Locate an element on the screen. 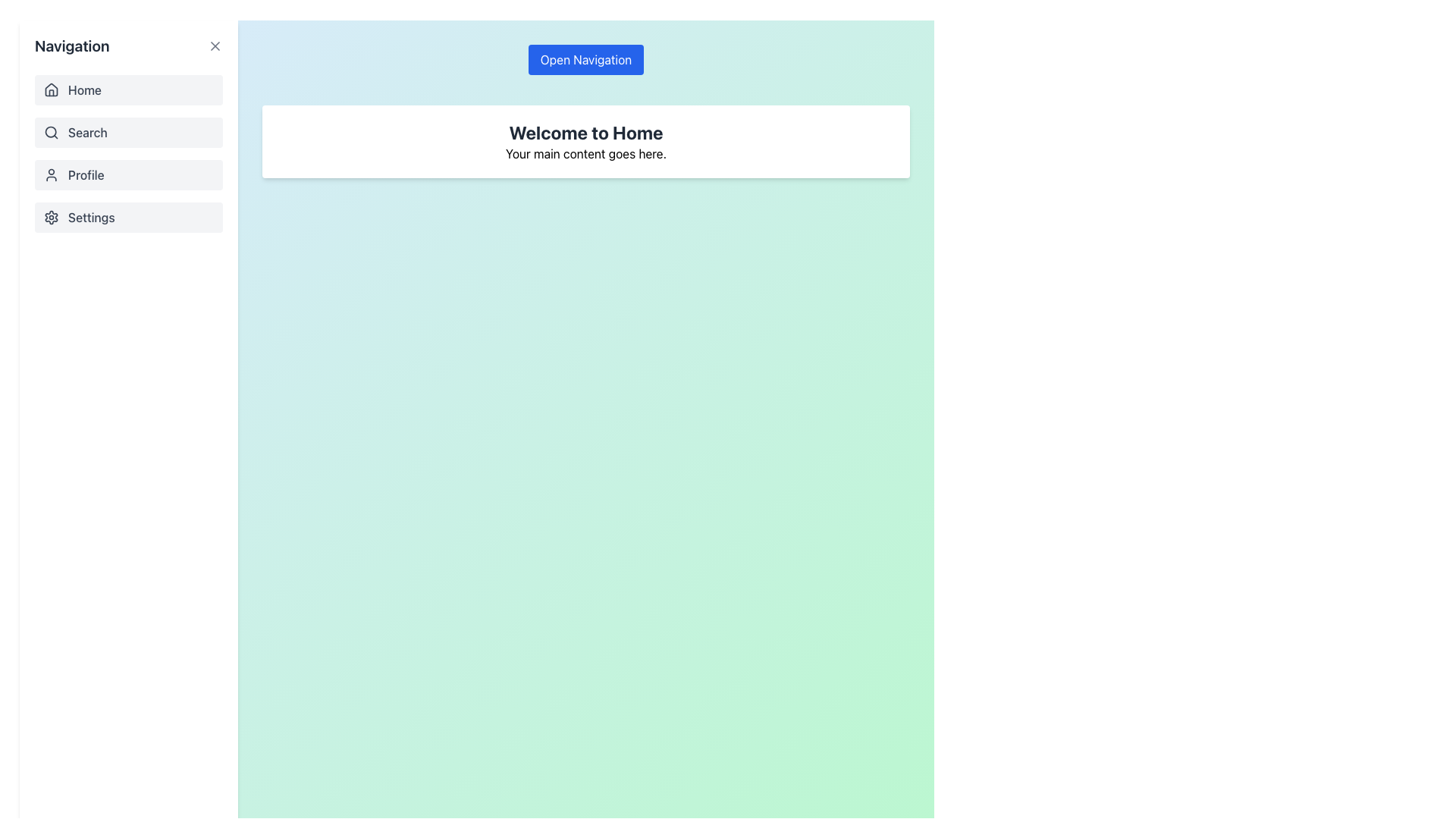 Image resolution: width=1456 pixels, height=819 pixels. the text label that serves as a header for the navigation panel, positioned at the top-left corner of the sidebar is located at coordinates (71, 45).